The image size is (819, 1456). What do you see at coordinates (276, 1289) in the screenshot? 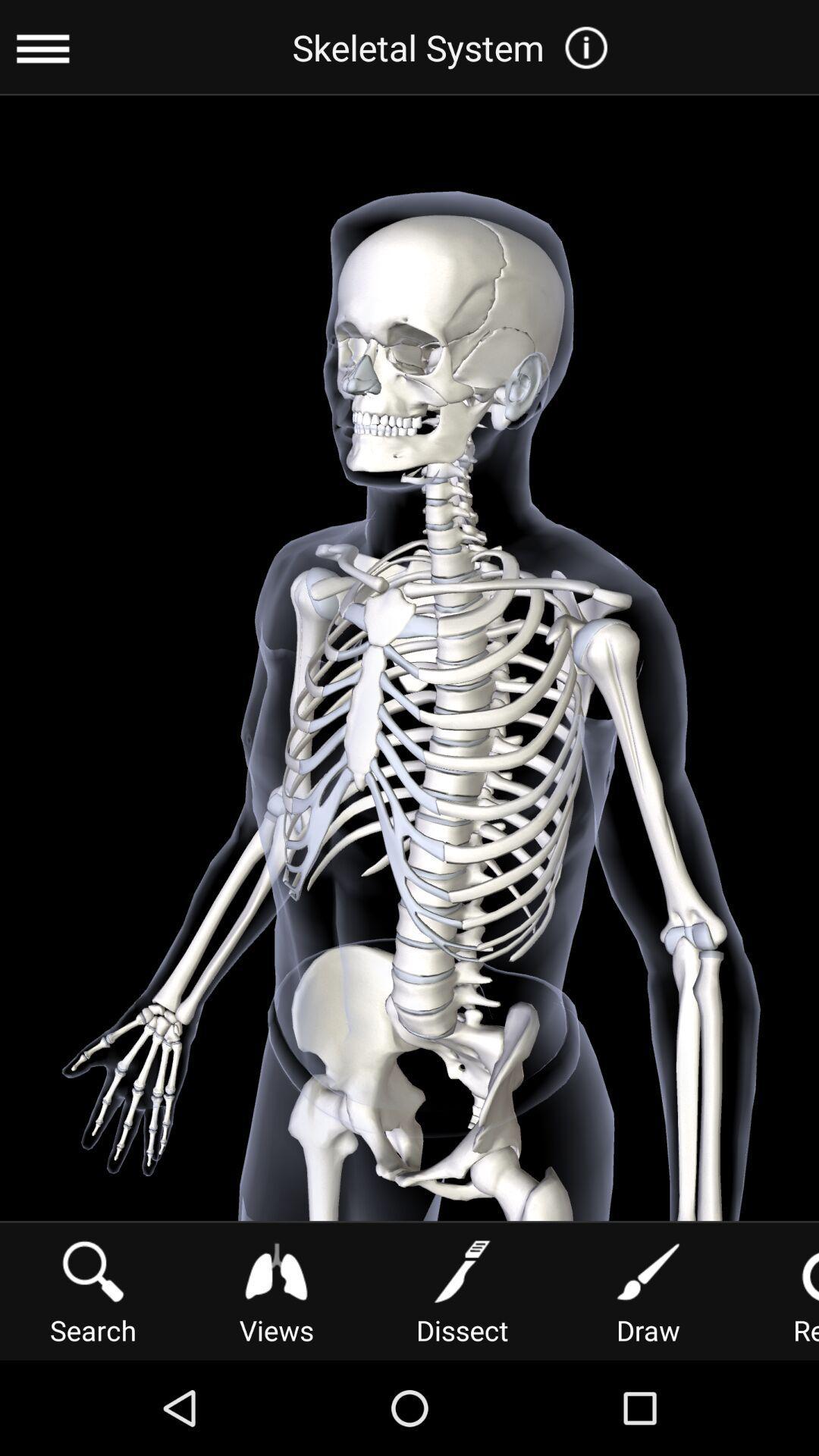
I see `item next to the dissect icon` at bounding box center [276, 1289].